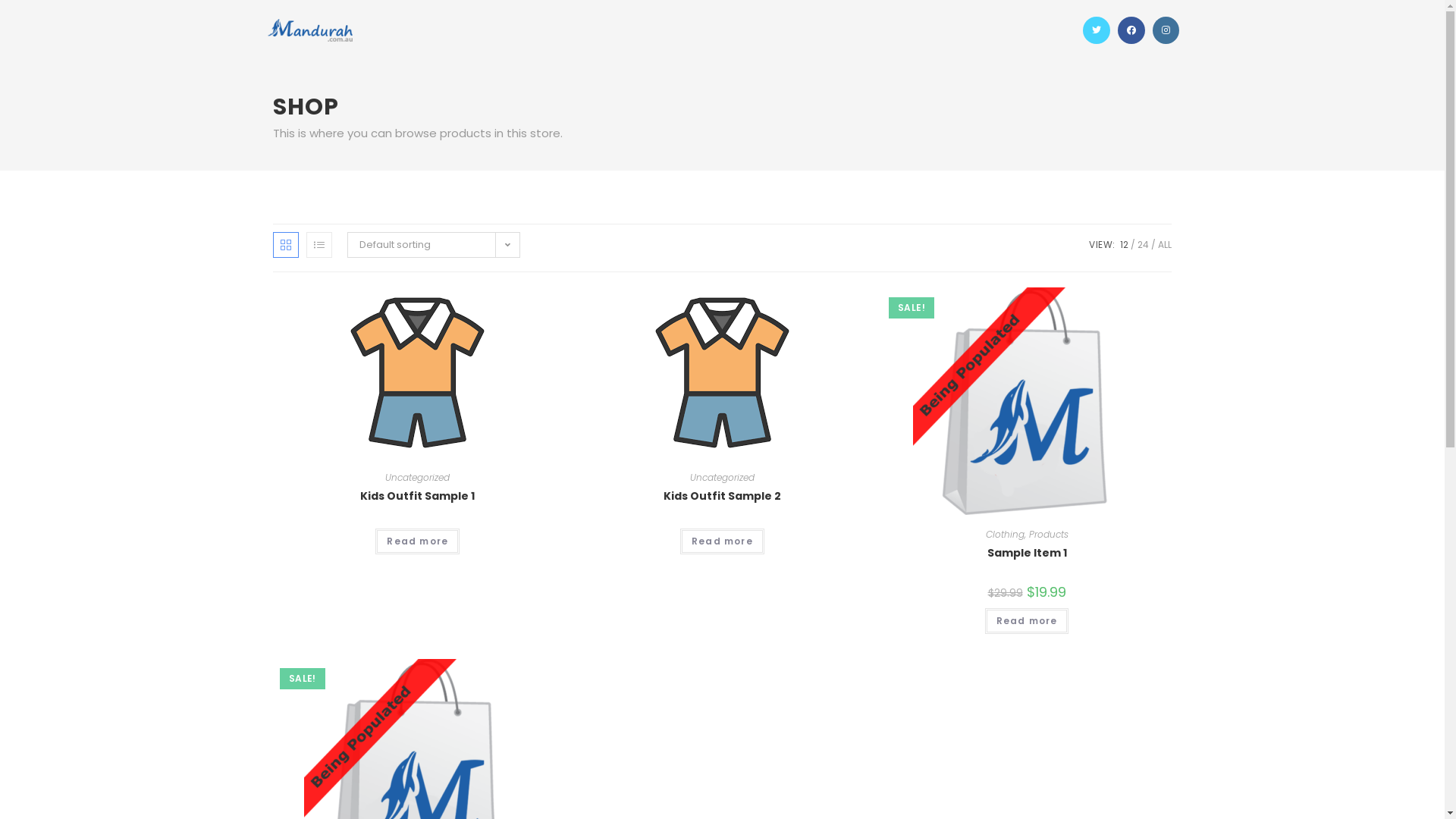  Describe the element at coordinates (286, 244) in the screenshot. I see `'Grid view'` at that location.